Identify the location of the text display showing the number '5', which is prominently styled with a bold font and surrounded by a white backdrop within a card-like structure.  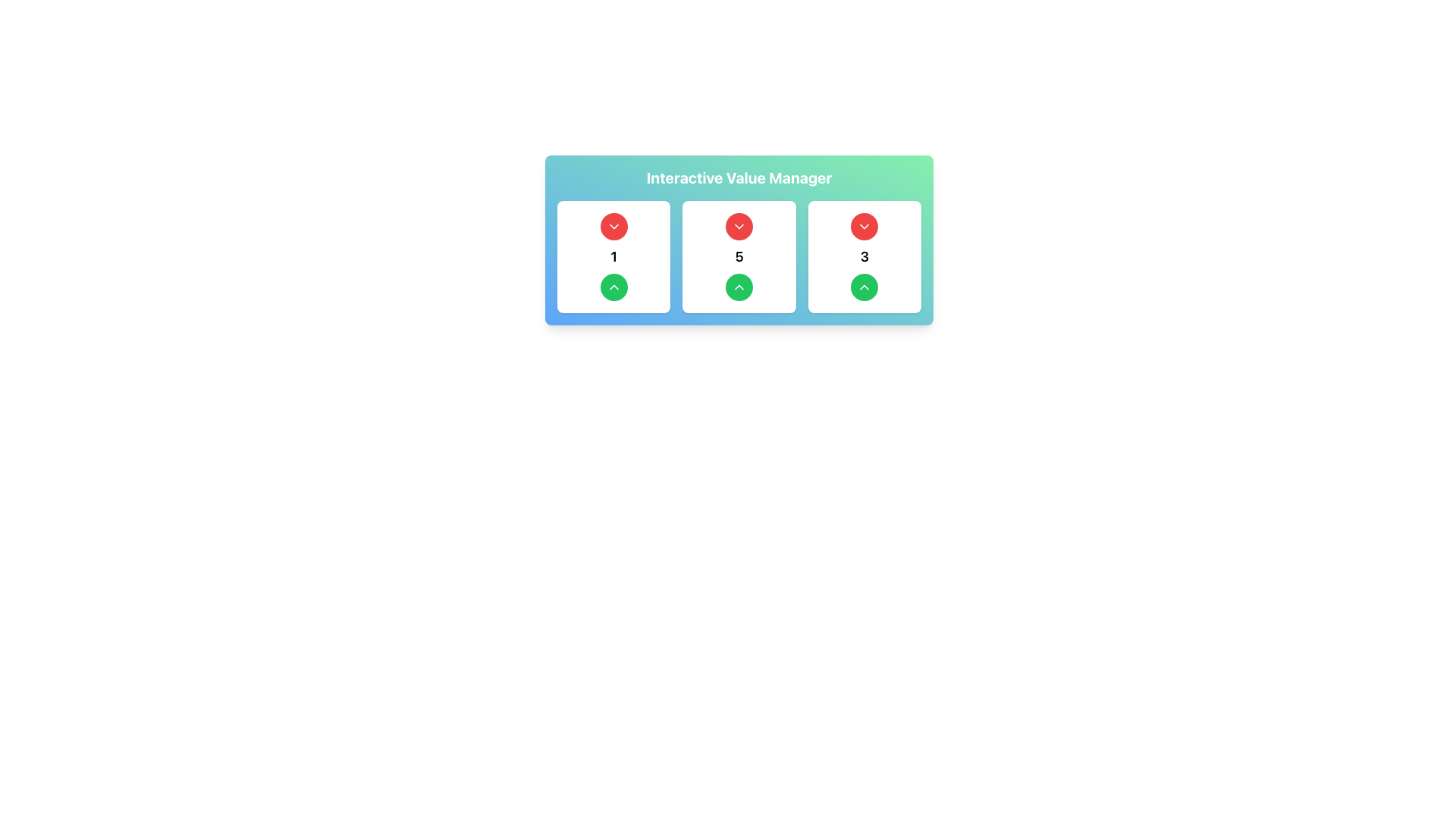
(739, 256).